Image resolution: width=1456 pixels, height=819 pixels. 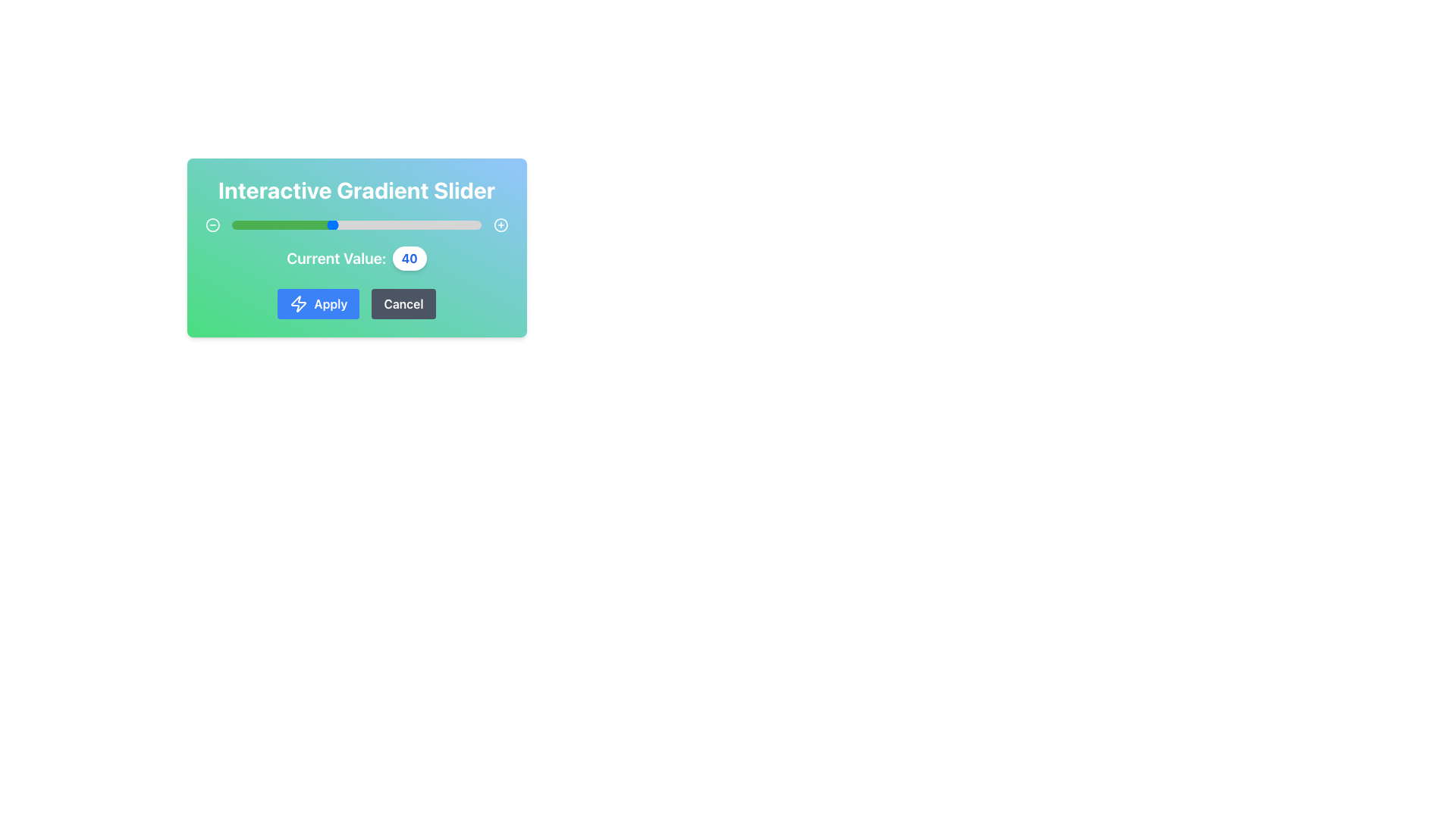 What do you see at coordinates (335, 257) in the screenshot?
I see `the text label that describes the 'current value', positioned to the left of the numeric display '40'` at bounding box center [335, 257].